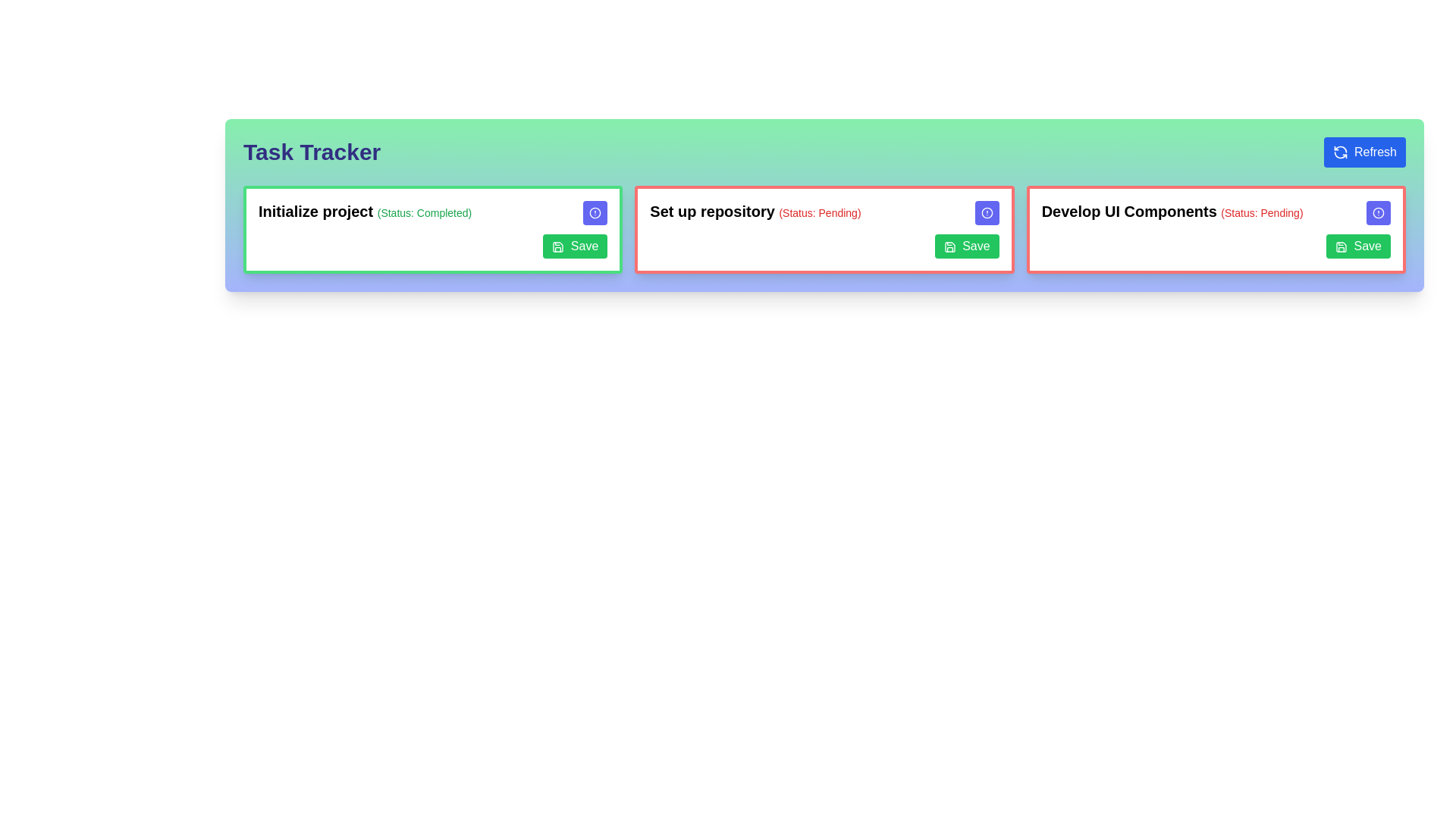 This screenshot has height=819, width=1456. What do you see at coordinates (1365, 152) in the screenshot?
I see `the 'Refresh' button with a blue background and white text, located at the top-right of the 'Task Tracker' interface` at bounding box center [1365, 152].